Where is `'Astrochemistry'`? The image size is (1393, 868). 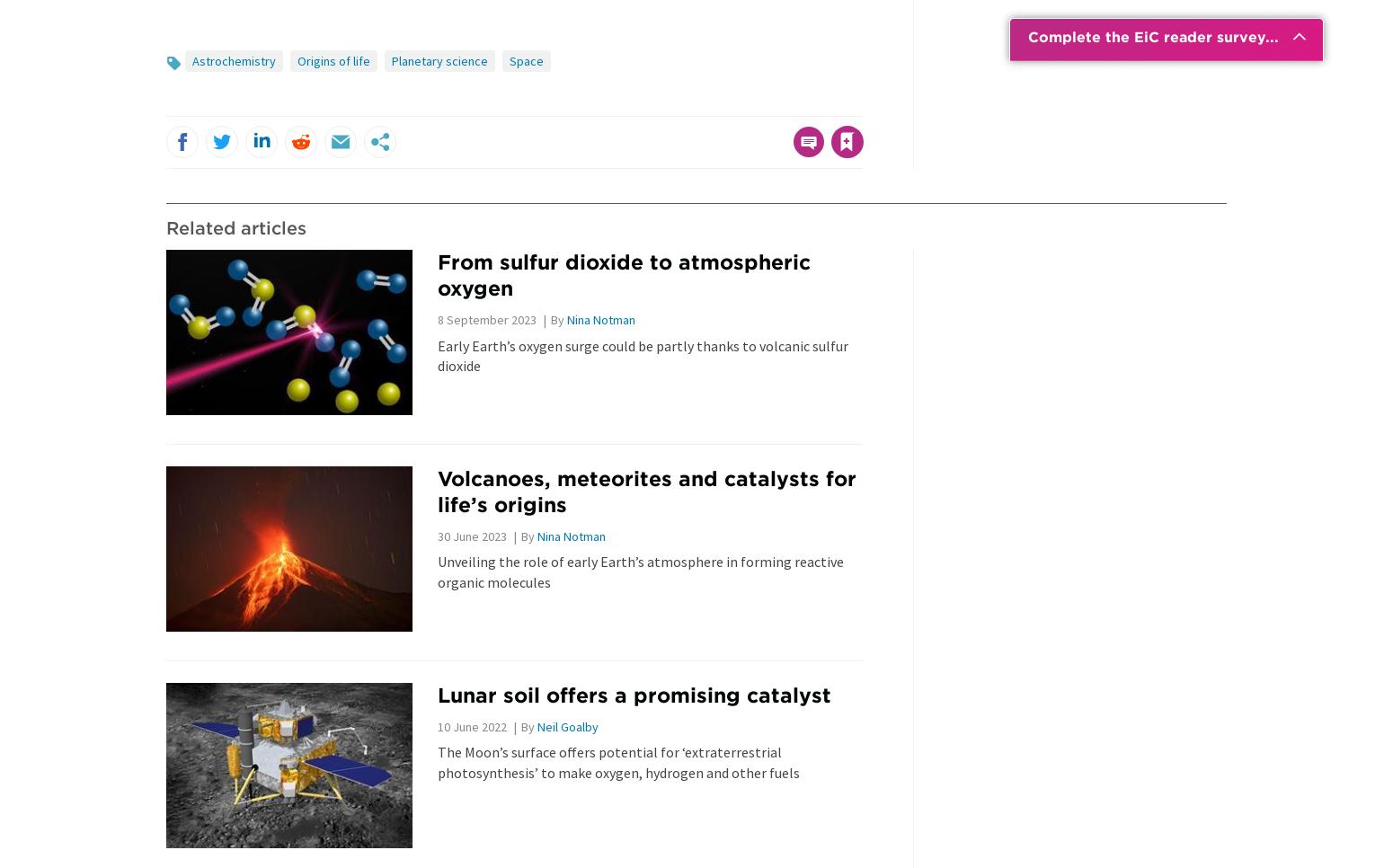
'Astrochemistry' is located at coordinates (234, 60).